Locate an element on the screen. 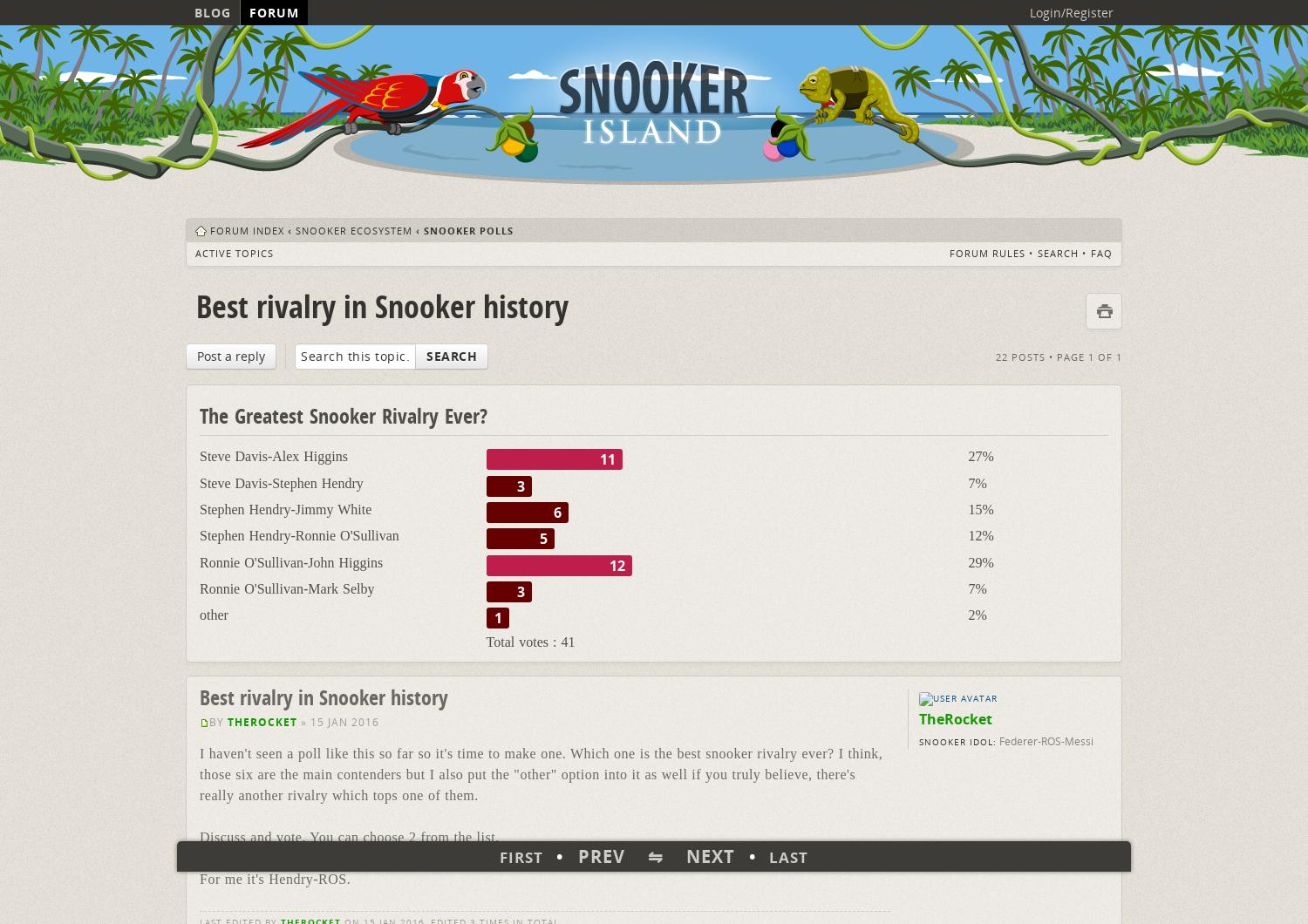 The width and height of the screenshot is (1308, 924). 'Stephen Hendry-Jimmy White' is located at coordinates (284, 508).